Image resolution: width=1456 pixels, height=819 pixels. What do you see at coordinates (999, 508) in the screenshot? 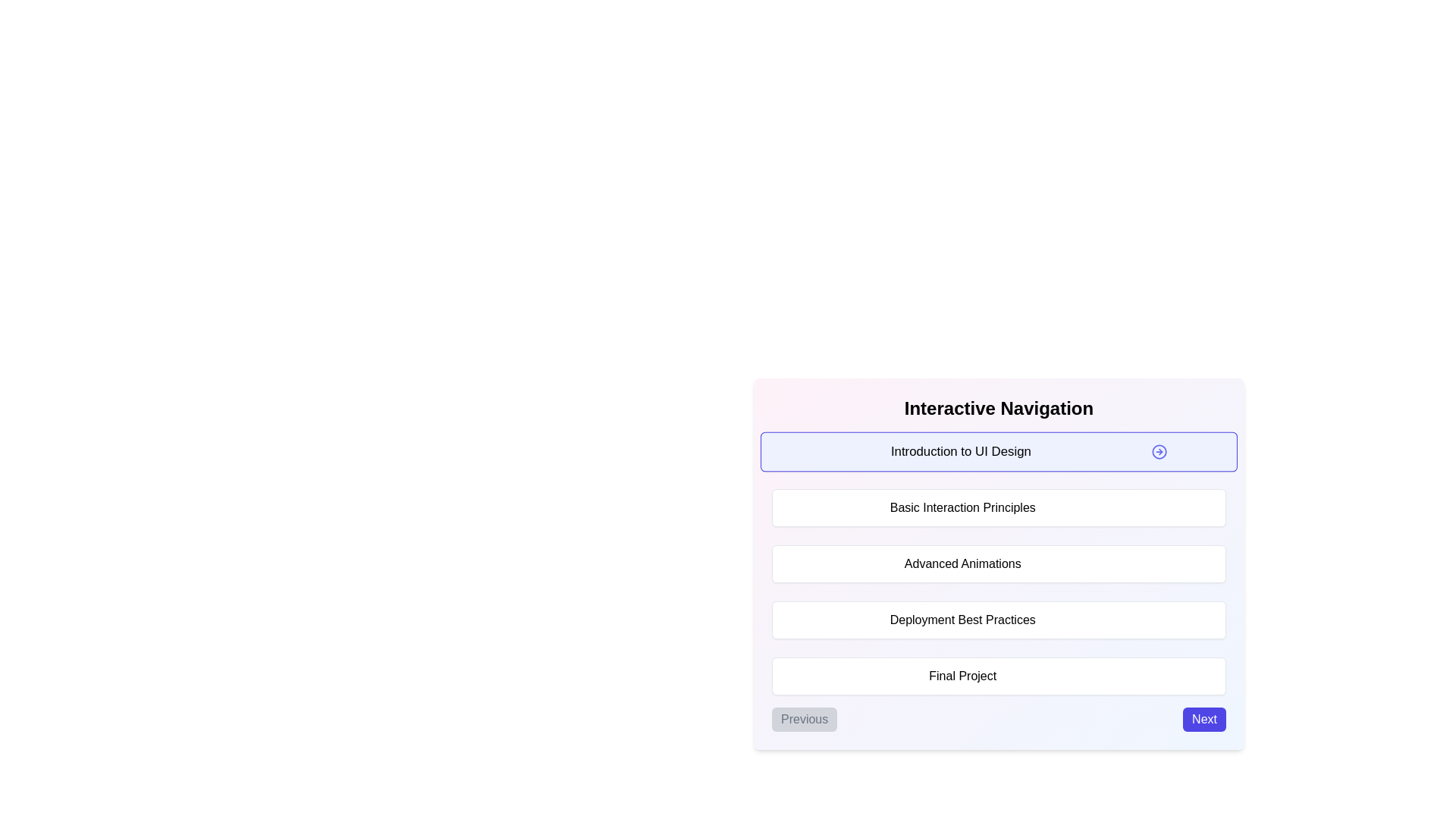
I see `the step labeled Basic Interaction Principles to navigate to it` at bounding box center [999, 508].